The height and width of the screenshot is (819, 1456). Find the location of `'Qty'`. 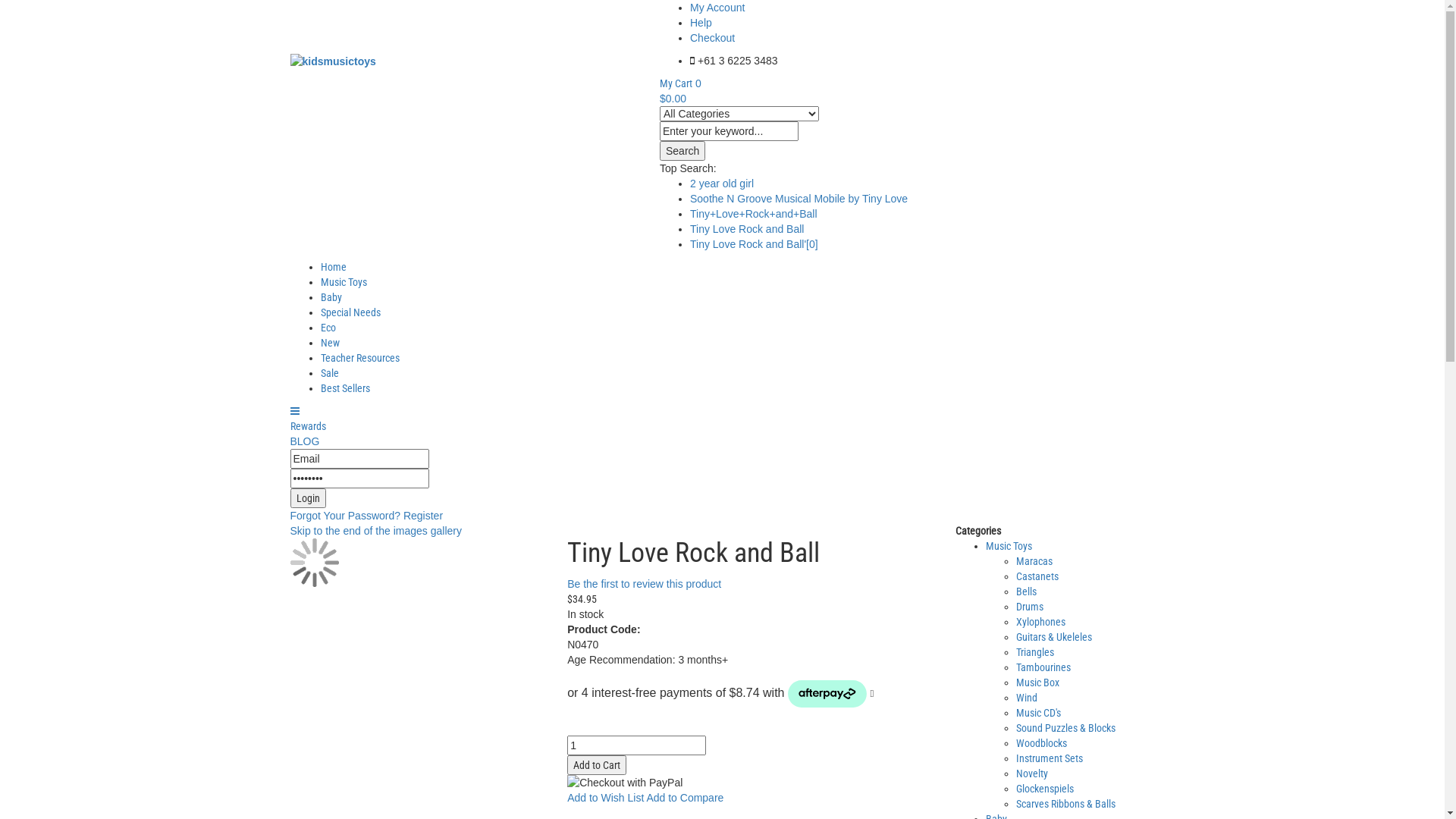

'Qty' is located at coordinates (636, 745).